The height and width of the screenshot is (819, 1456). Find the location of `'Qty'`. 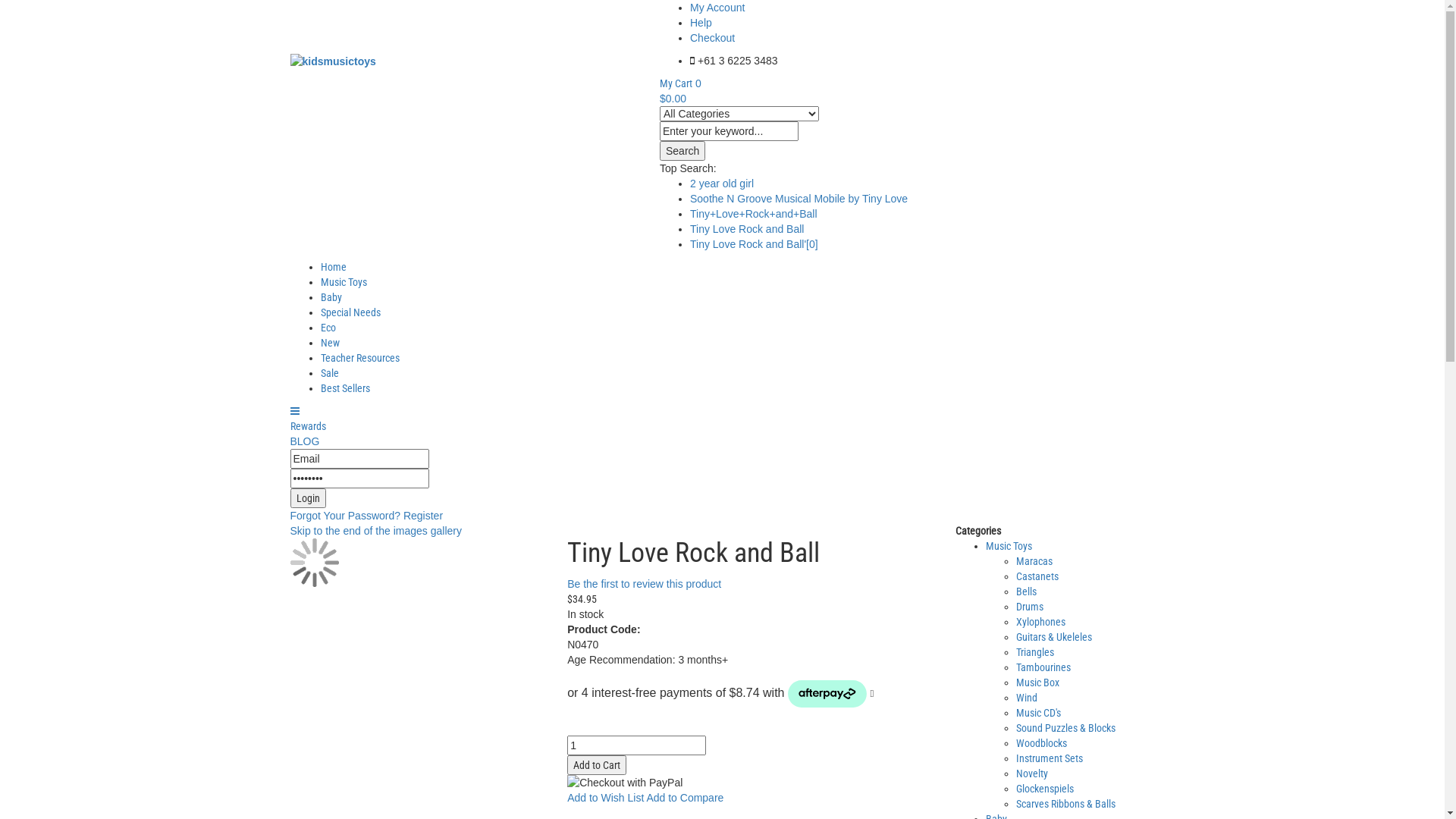

'Qty' is located at coordinates (636, 745).